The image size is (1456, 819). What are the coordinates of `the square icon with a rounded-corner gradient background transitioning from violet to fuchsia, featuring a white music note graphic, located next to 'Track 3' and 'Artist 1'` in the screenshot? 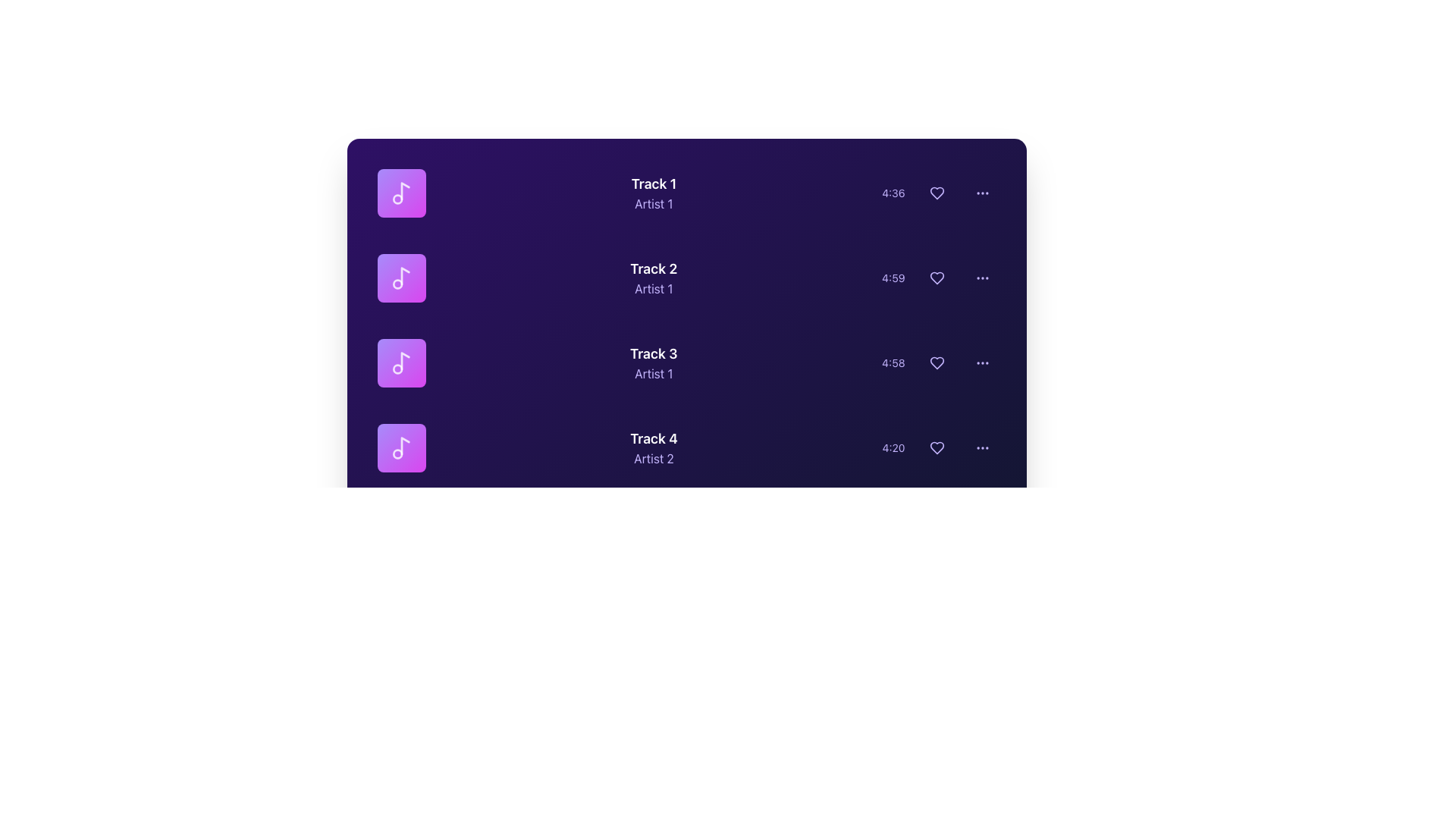 It's located at (401, 362).